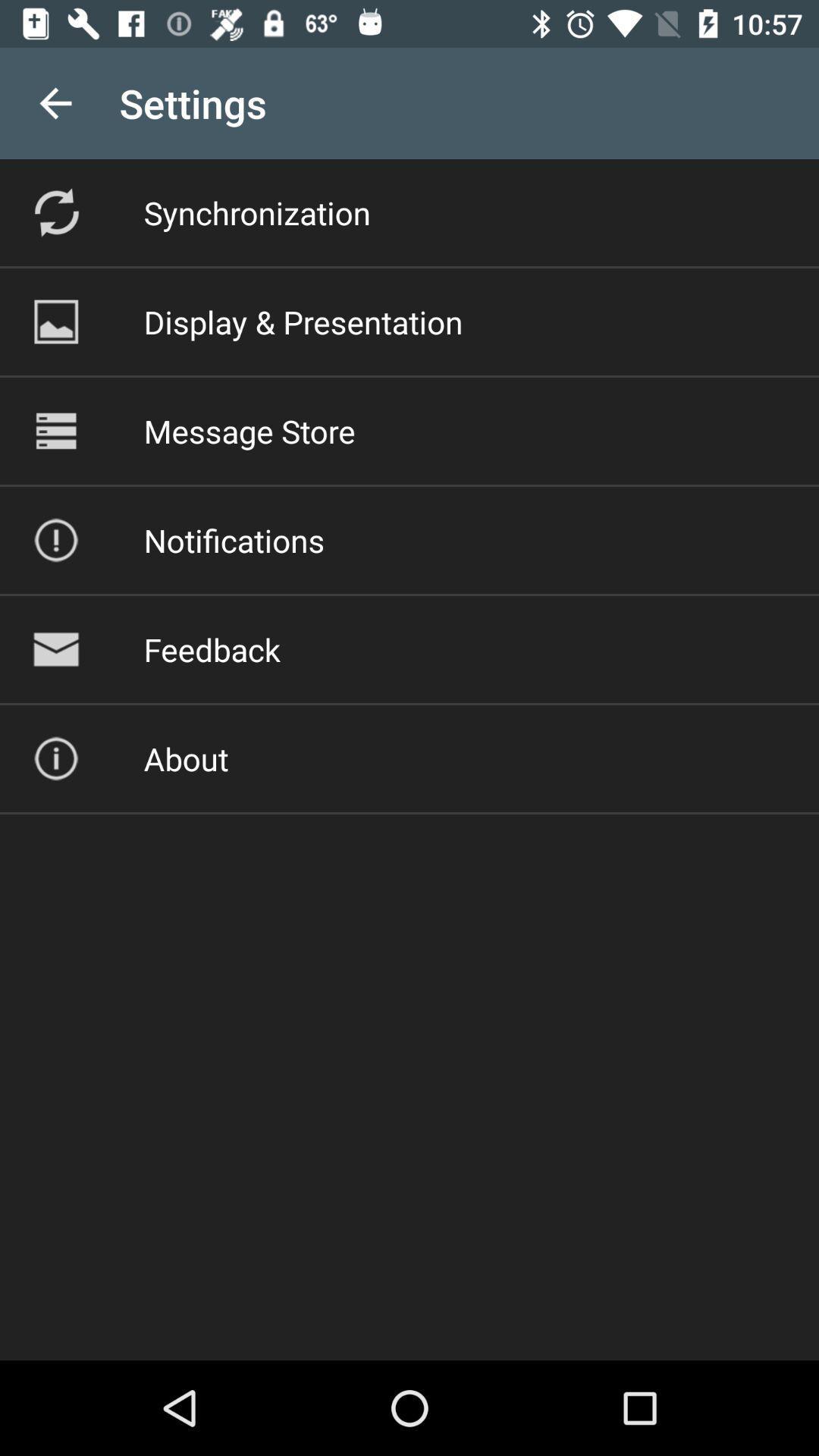  I want to click on icon below the settings app, so click(256, 212).